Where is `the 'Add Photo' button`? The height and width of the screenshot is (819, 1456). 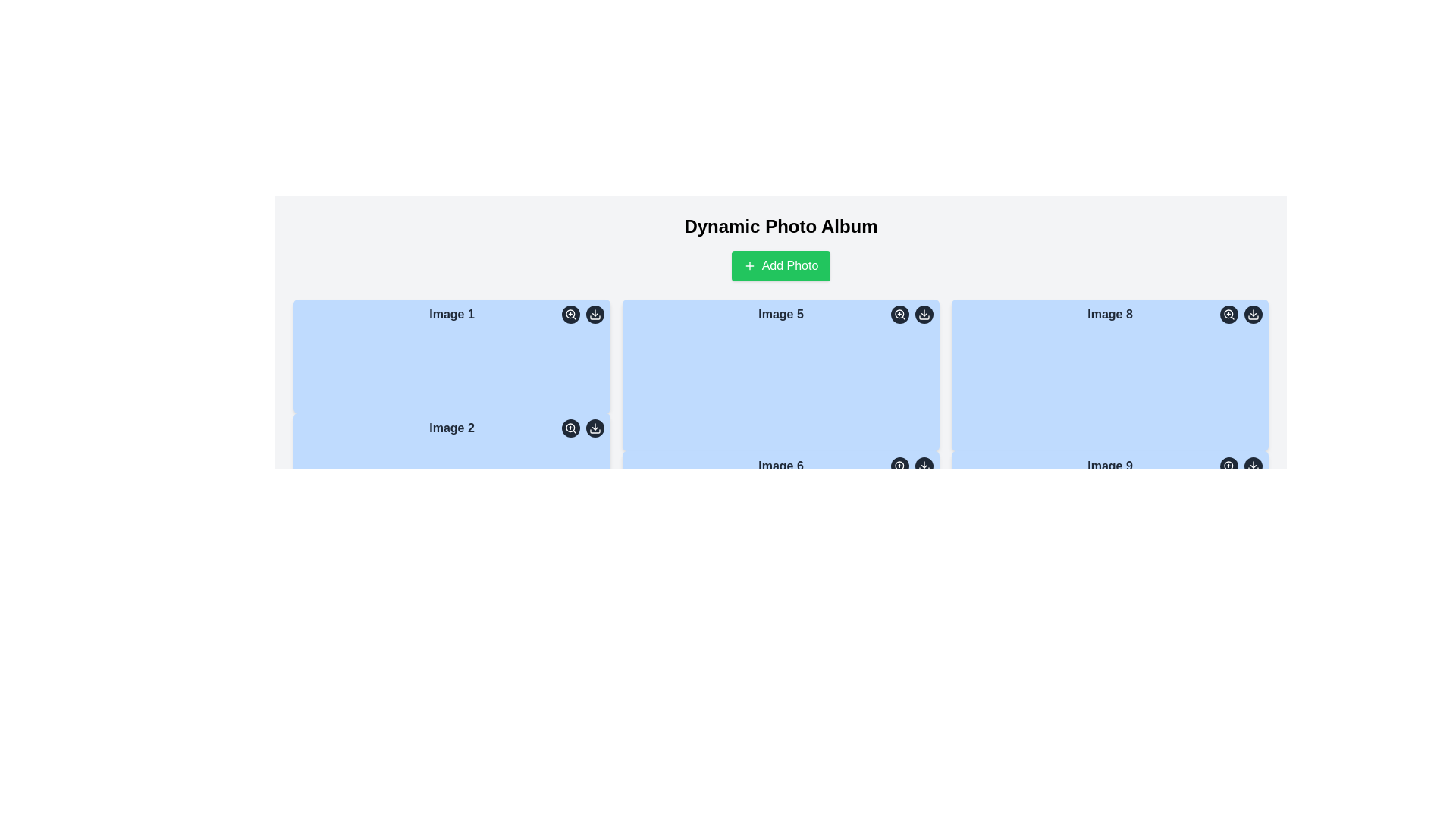 the 'Add Photo' button is located at coordinates (781, 265).